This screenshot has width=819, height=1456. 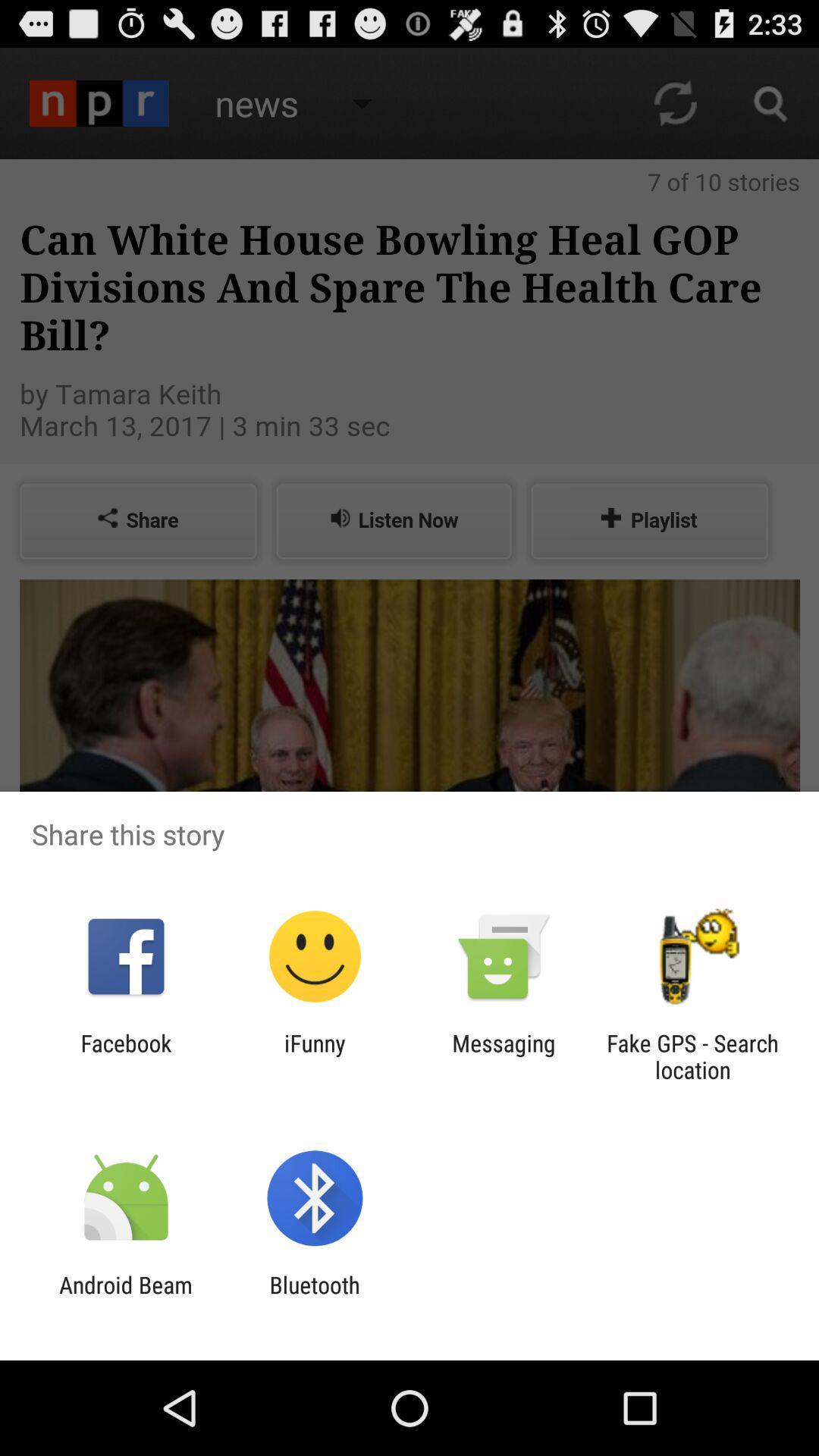 What do you see at coordinates (314, 1056) in the screenshot?
I see `ifunny` at bounding box center [314, 1056].